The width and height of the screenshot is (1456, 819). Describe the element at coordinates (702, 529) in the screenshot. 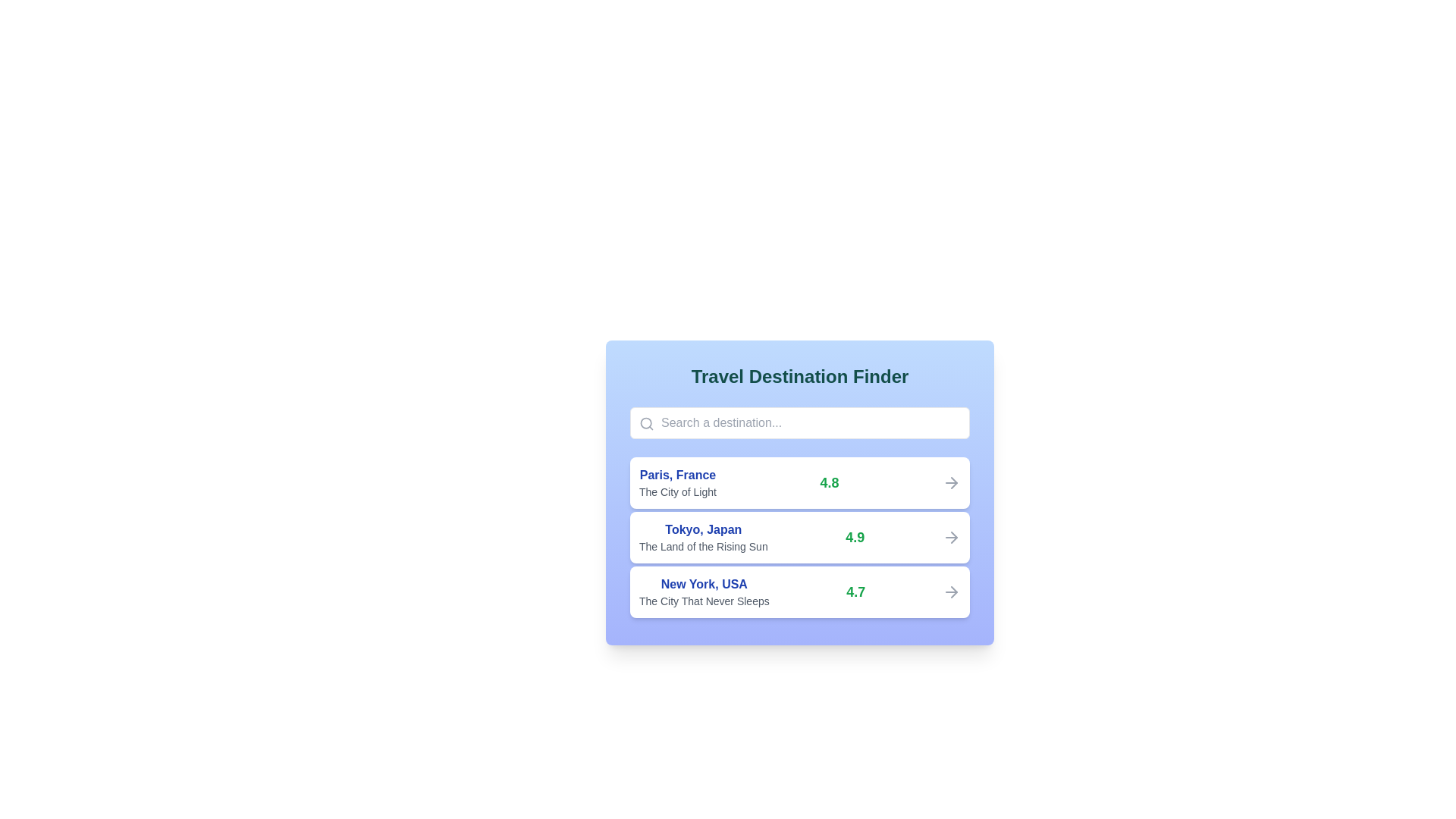

I see `the main title text element that identifies a destination entry, located above 'The Land of the Rising Sun'` at that location.